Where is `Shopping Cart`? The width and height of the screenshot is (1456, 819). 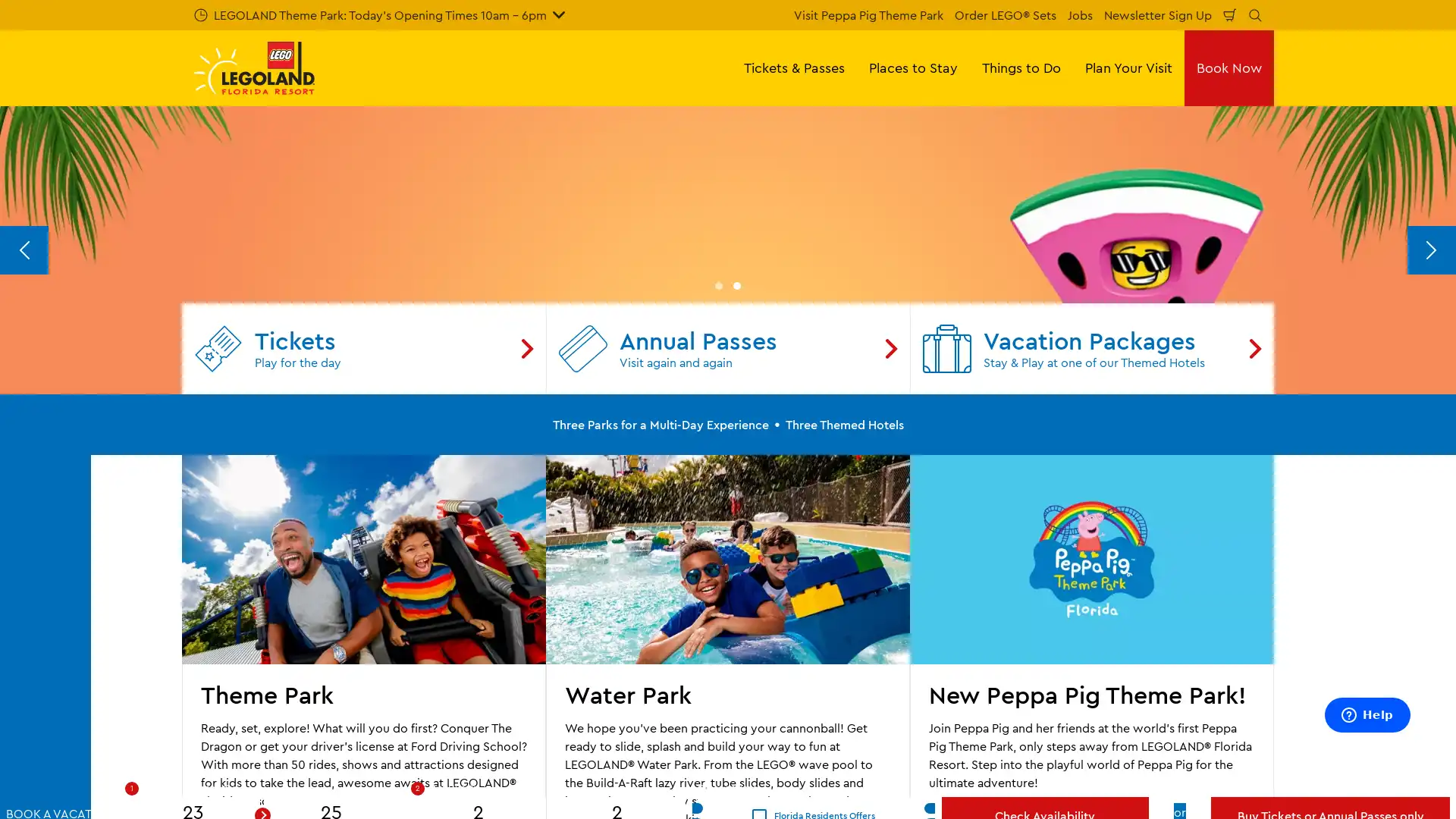 Shopping Cart is located at coordinates (1230, 14).